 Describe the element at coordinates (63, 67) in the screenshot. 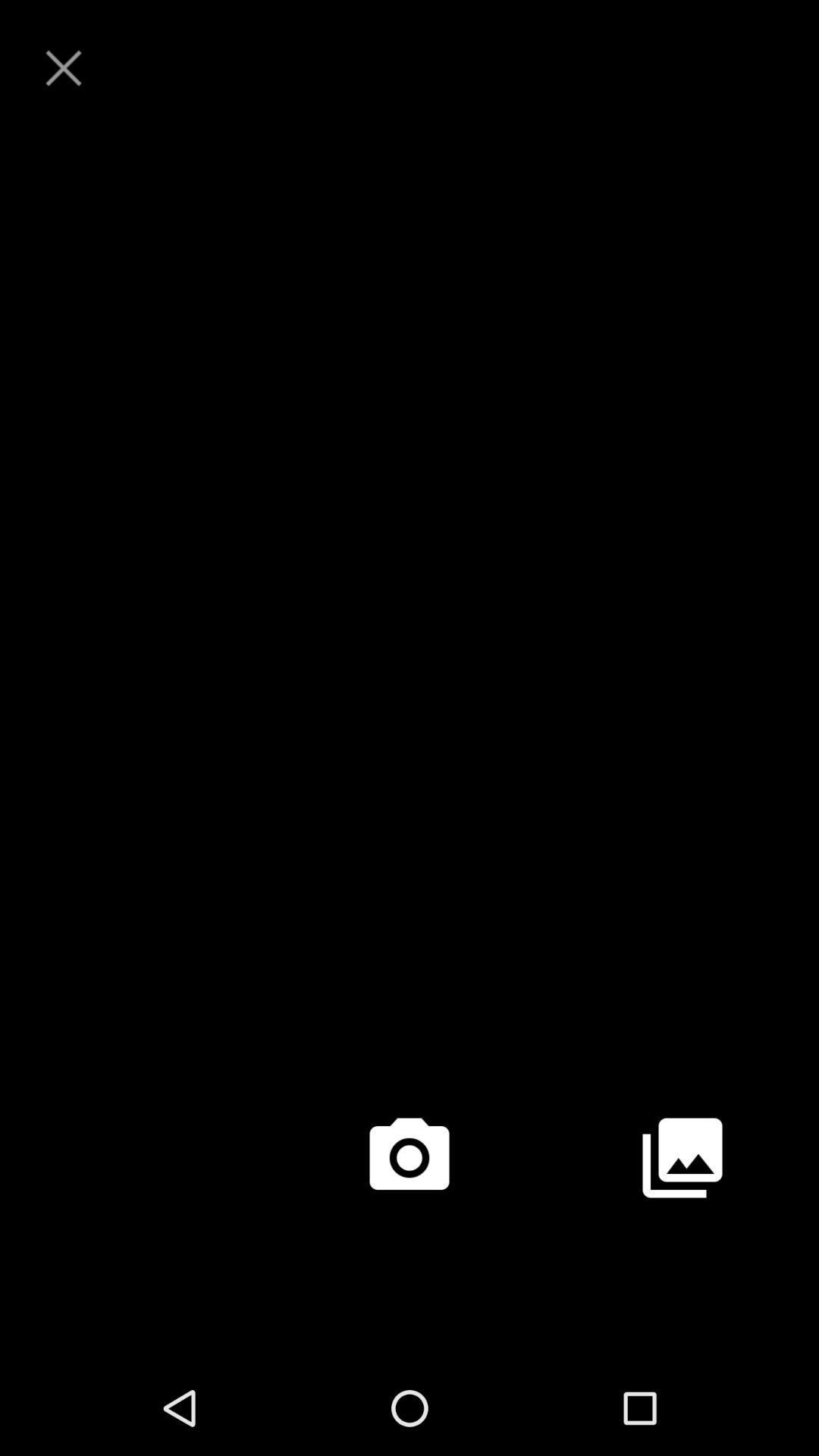

I see `close` at that location.